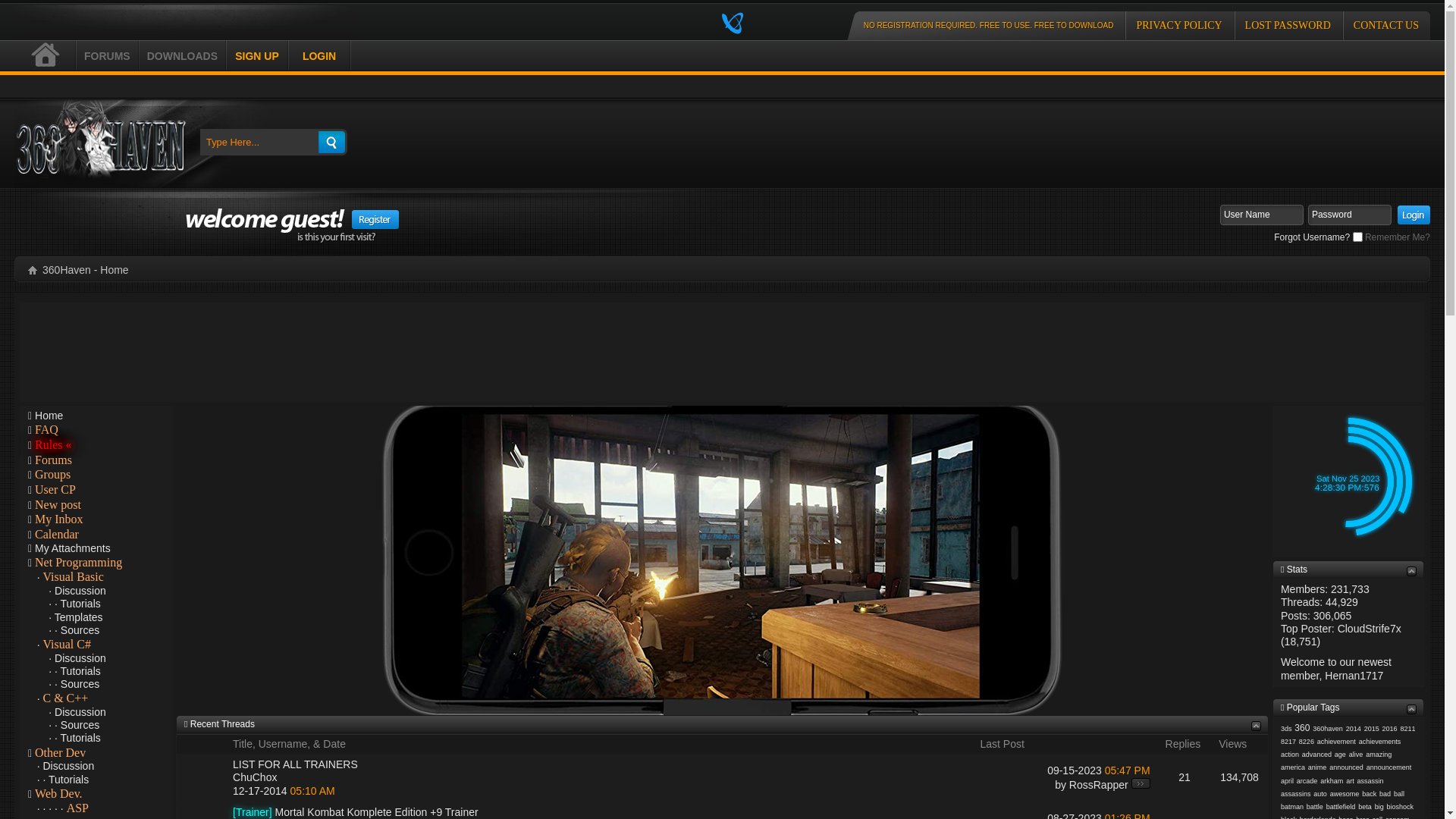 This screenshot has height=819, width=1456. Describe the element at coordinates (255, 777) in the screenshot. I see `'ChuChox'` at that location.